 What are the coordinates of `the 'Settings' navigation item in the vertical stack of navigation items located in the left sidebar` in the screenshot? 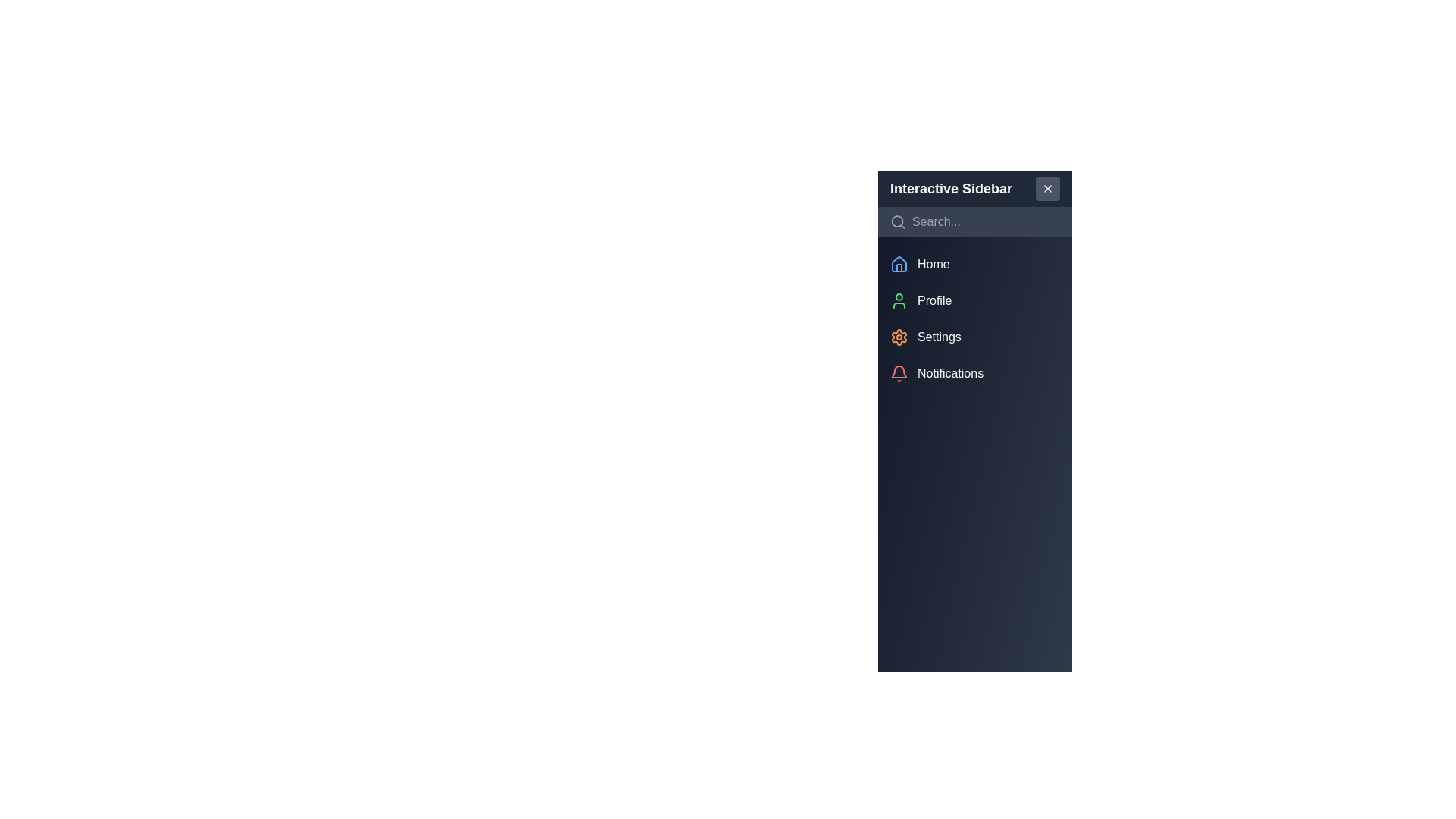 It's located at (975, 318).